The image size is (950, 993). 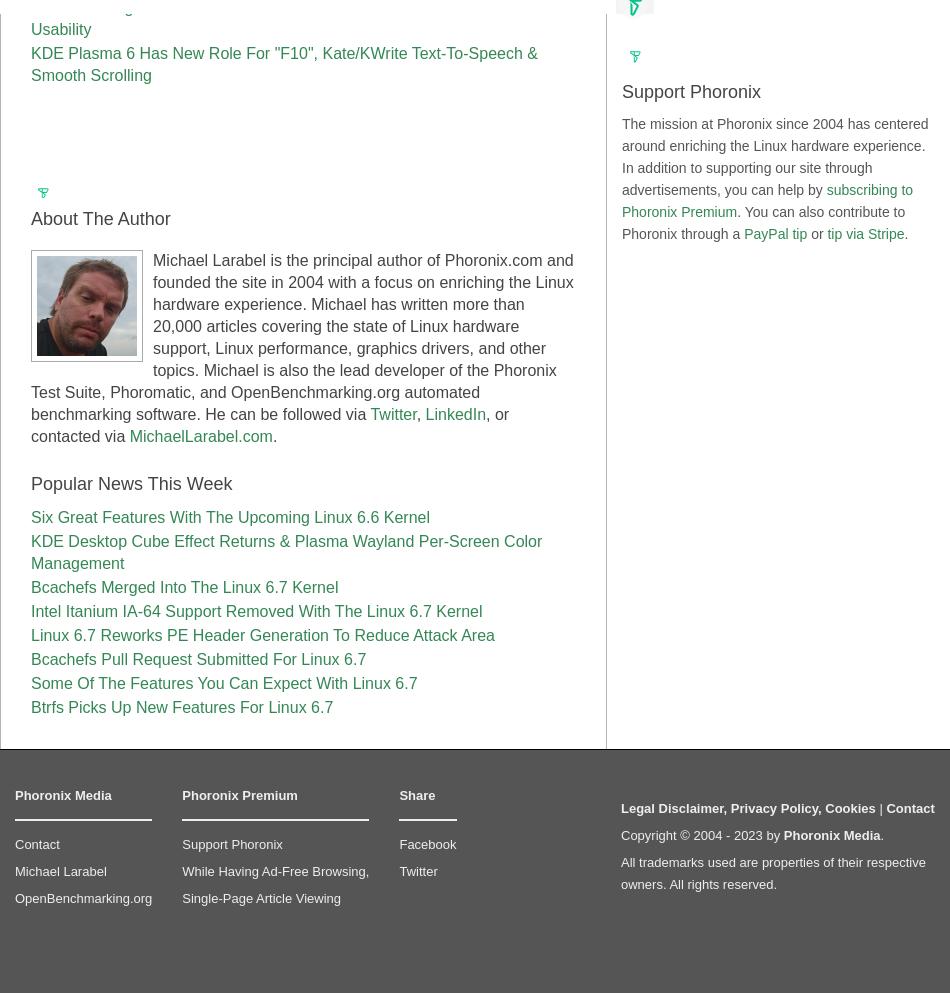 I want to click on 'Bcachefs Merged Into The Linux 6.7 Kernel', so click(x=30, y=587).